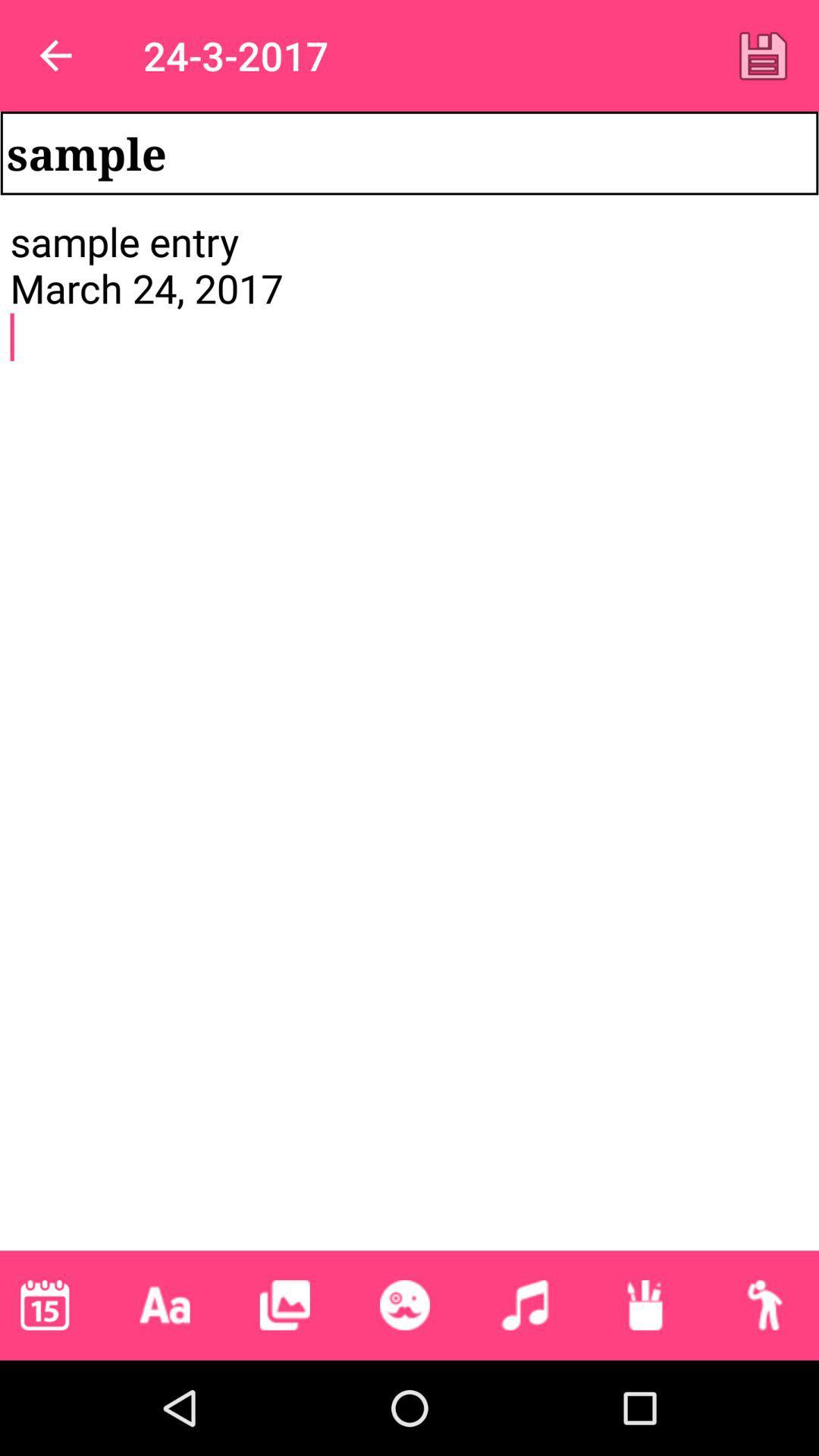 This screenshot has width=819, height=1456. Describe the element at coordinates (409, 733) in the screenshot. I see `sample entry march` at that location.